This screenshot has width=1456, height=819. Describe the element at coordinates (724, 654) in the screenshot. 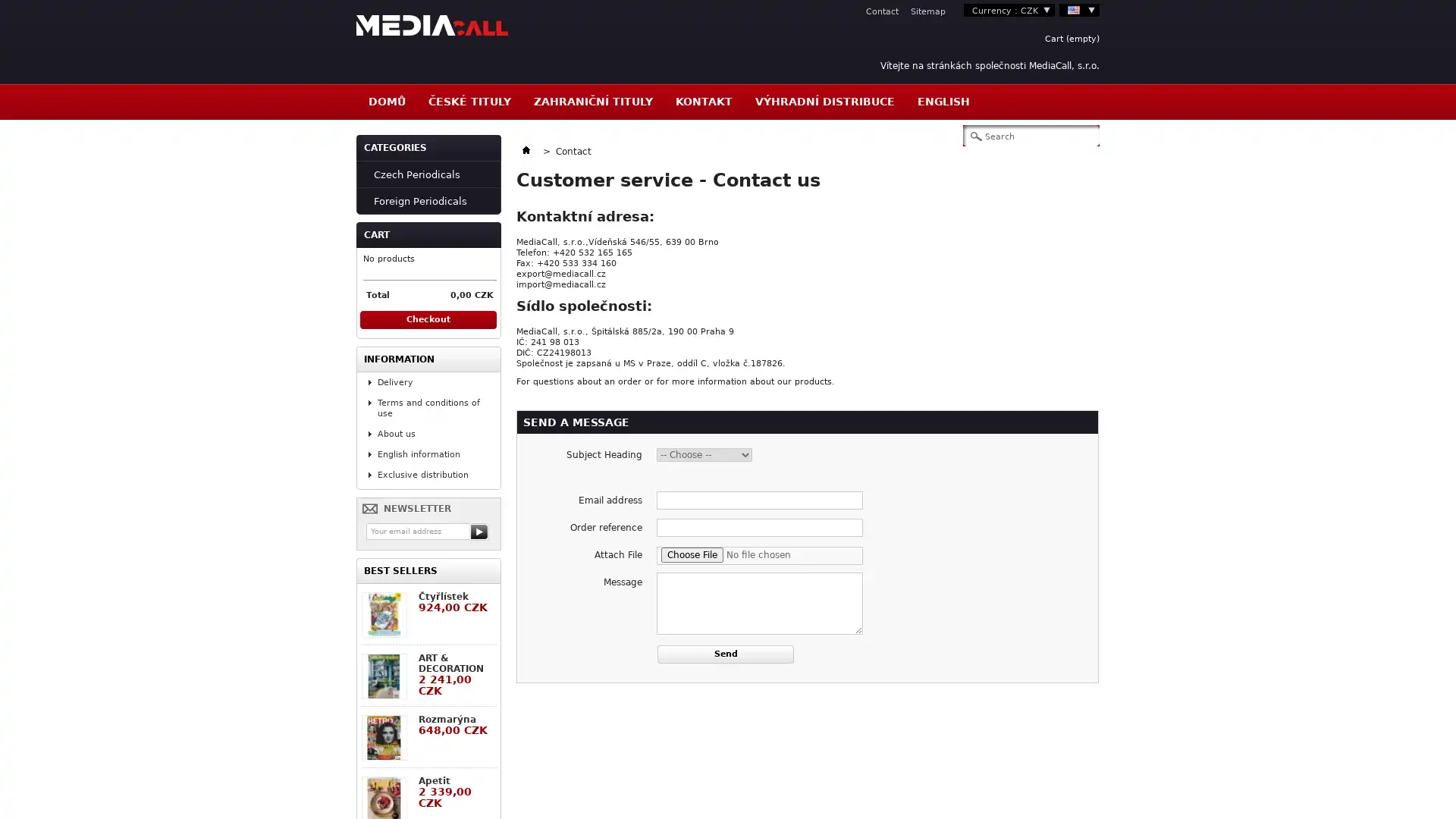

I see `Send` at that location.